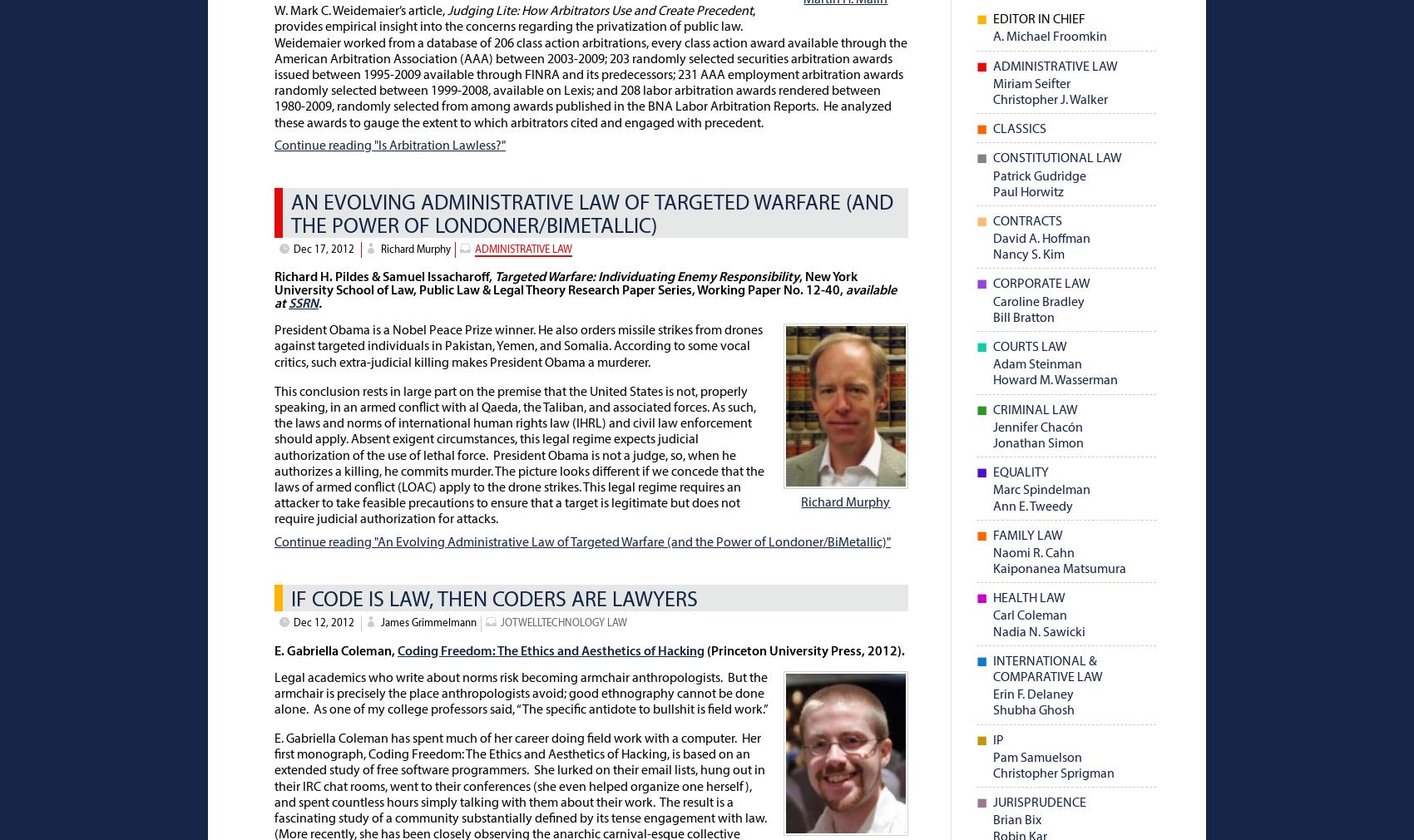 The height and width of the screenshot is (840, 1414). What do you see at coordinates (287, 304) in the screenshot?
I see `'SSRN'` at bounding box center [287, 304].